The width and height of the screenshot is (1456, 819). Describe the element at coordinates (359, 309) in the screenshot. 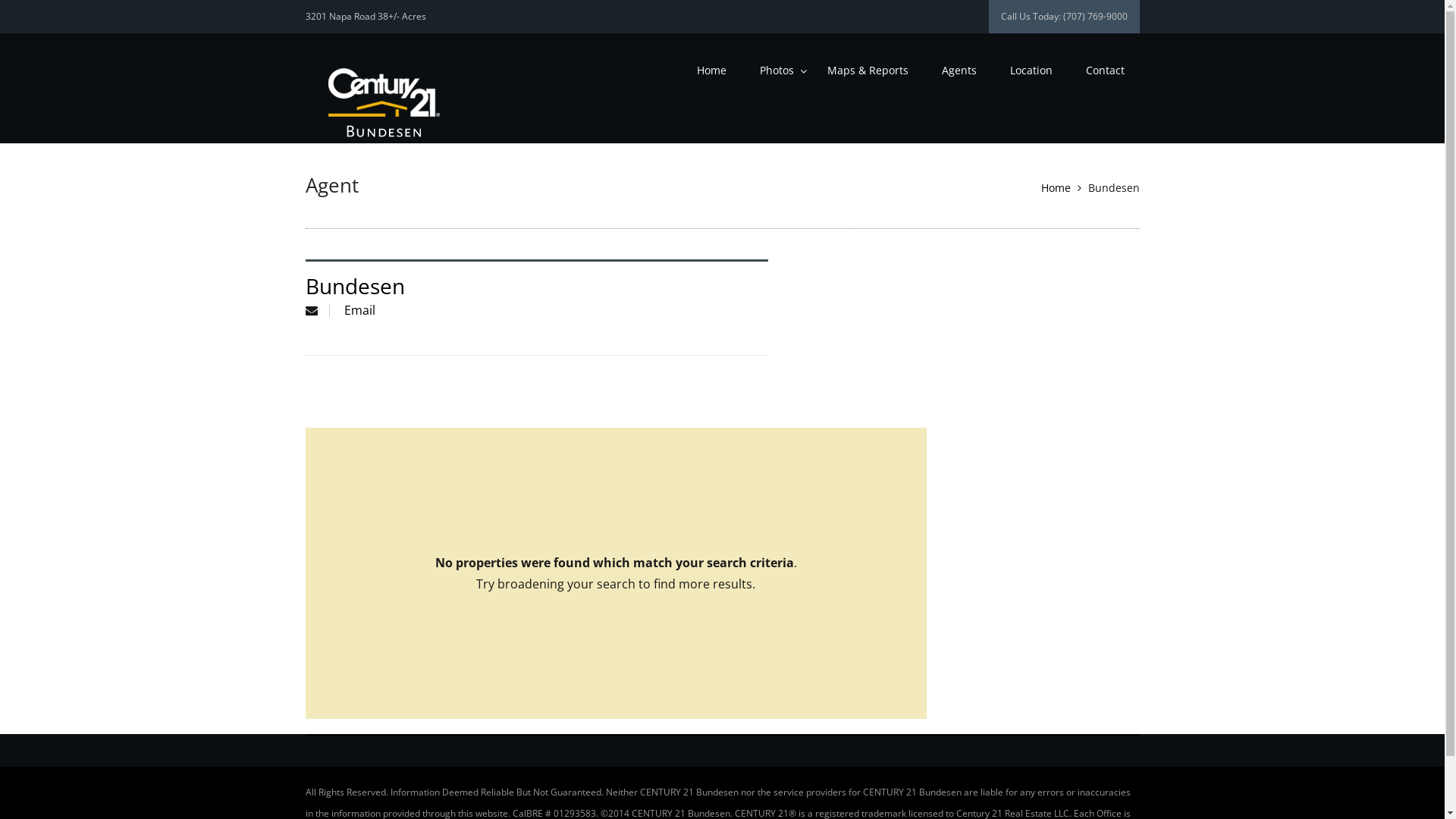

I see `'Email'` at that location.